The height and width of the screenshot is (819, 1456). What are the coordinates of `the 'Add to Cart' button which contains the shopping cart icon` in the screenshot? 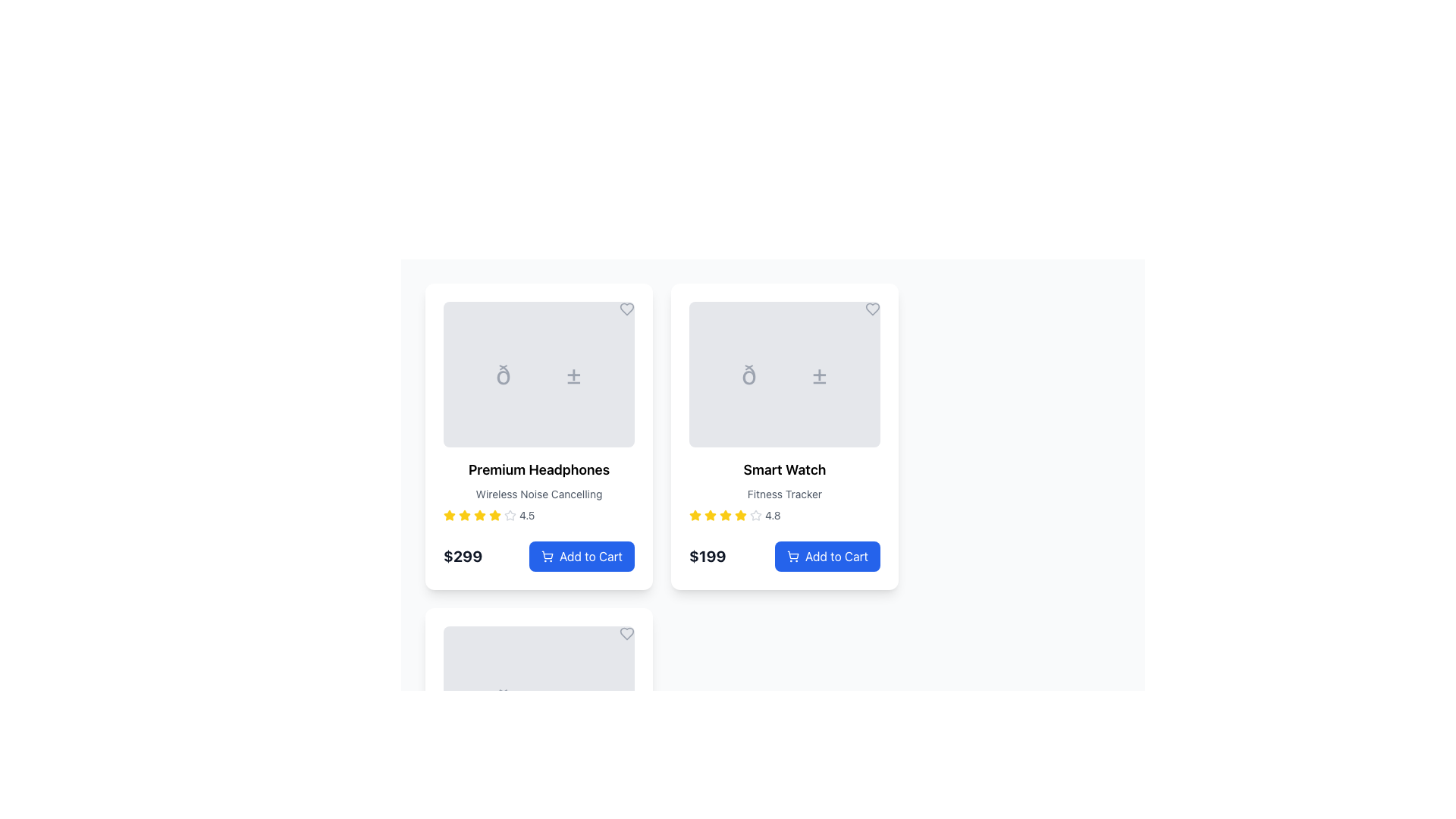 It's located at (792, 556).